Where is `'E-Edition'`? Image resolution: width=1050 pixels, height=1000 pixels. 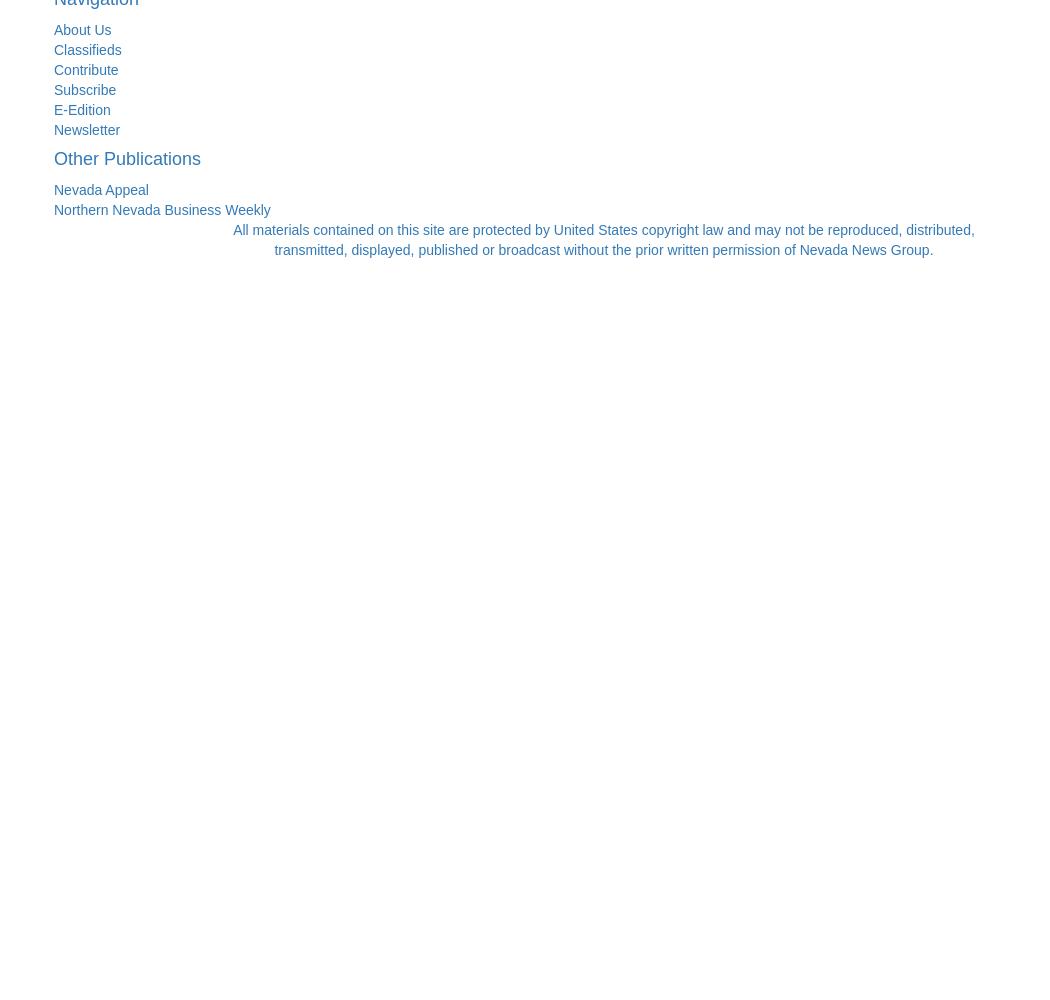 'E-Edition' is located at coordinates (82, 108).